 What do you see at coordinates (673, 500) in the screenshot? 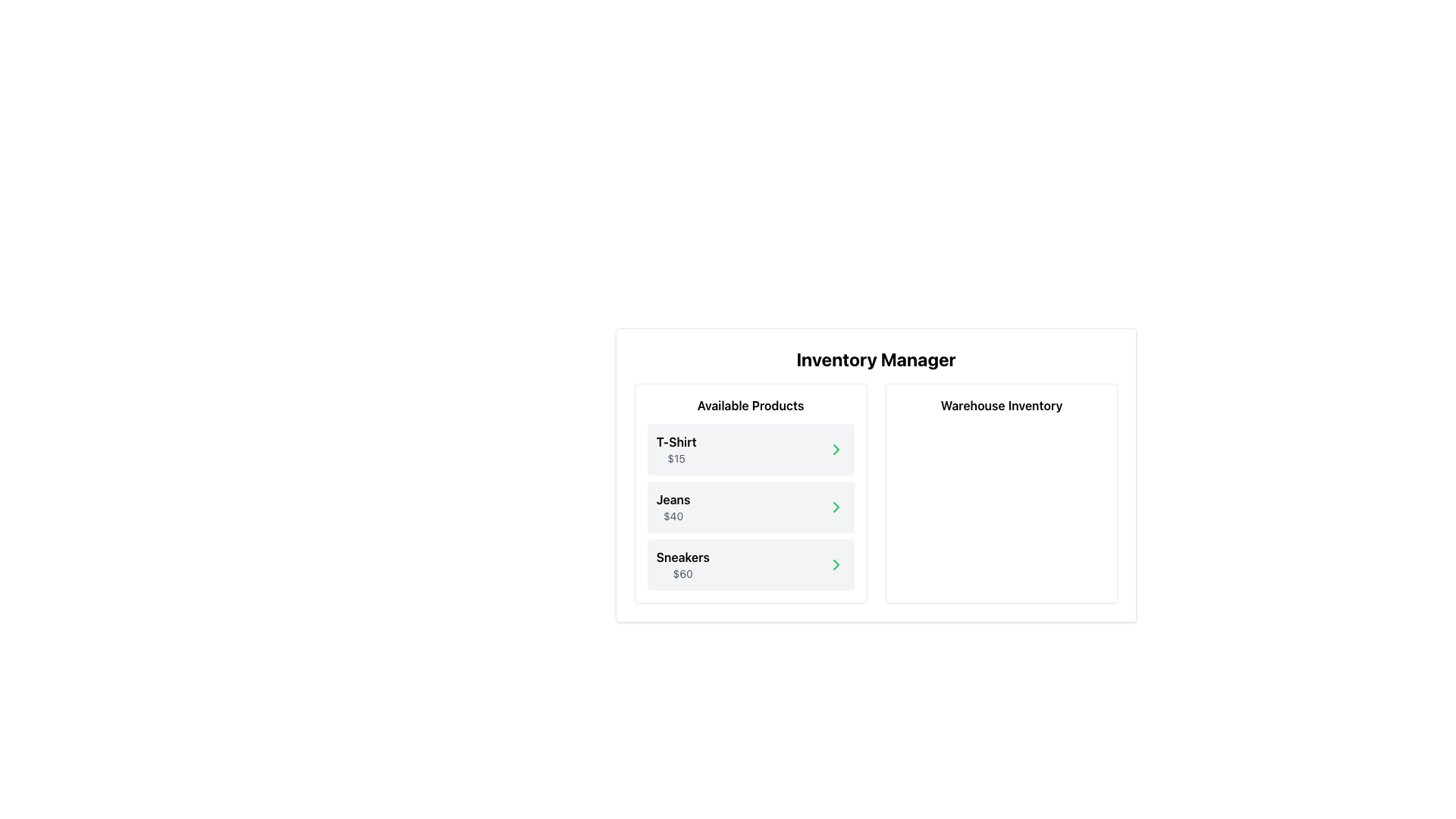
I see `the text label representing the second product in the inventory list, located under the heading 'Available Products', above the price '$40' and below the item labeled 'T-Shirt'` at bounding box center [673, 500].